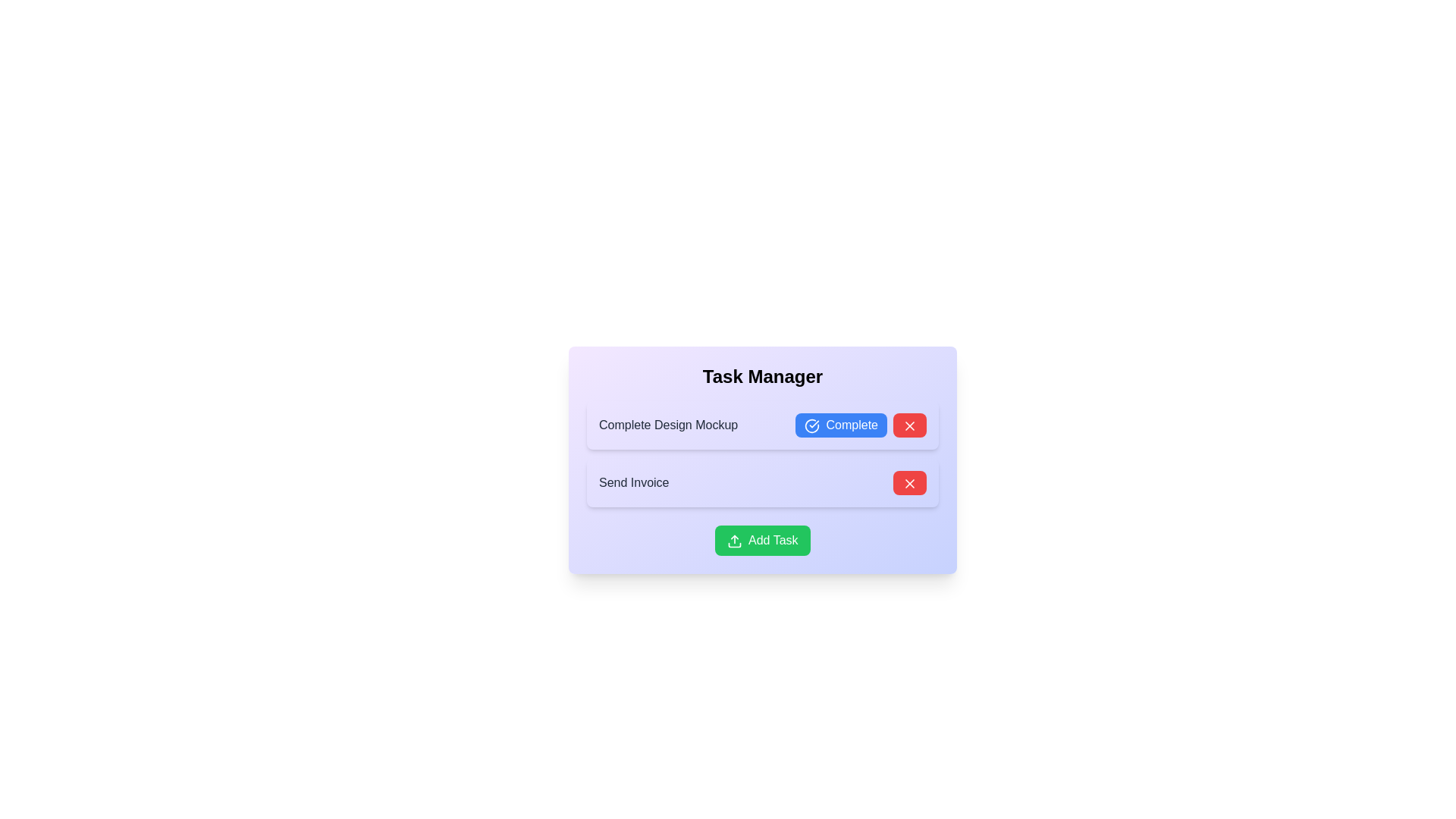  Describe the element at coordinates (763, 459) in the screenshot. I see `the task management controls section within the Task Manager card, located centrally below the Complete Design Mockup row` at that location.